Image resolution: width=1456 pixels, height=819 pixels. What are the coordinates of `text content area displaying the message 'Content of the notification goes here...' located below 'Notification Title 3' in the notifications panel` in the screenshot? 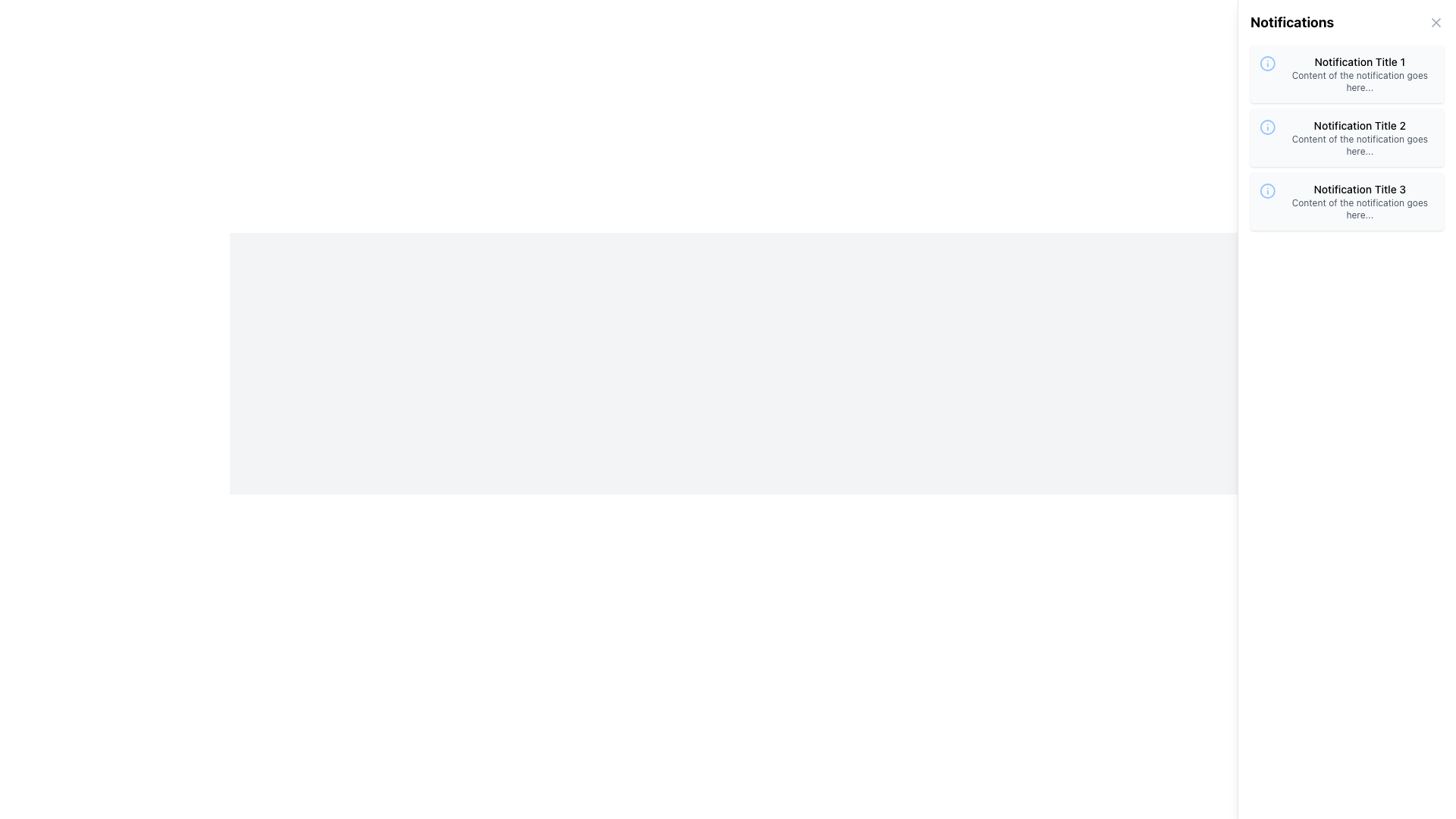 It's located at (1360, 209).